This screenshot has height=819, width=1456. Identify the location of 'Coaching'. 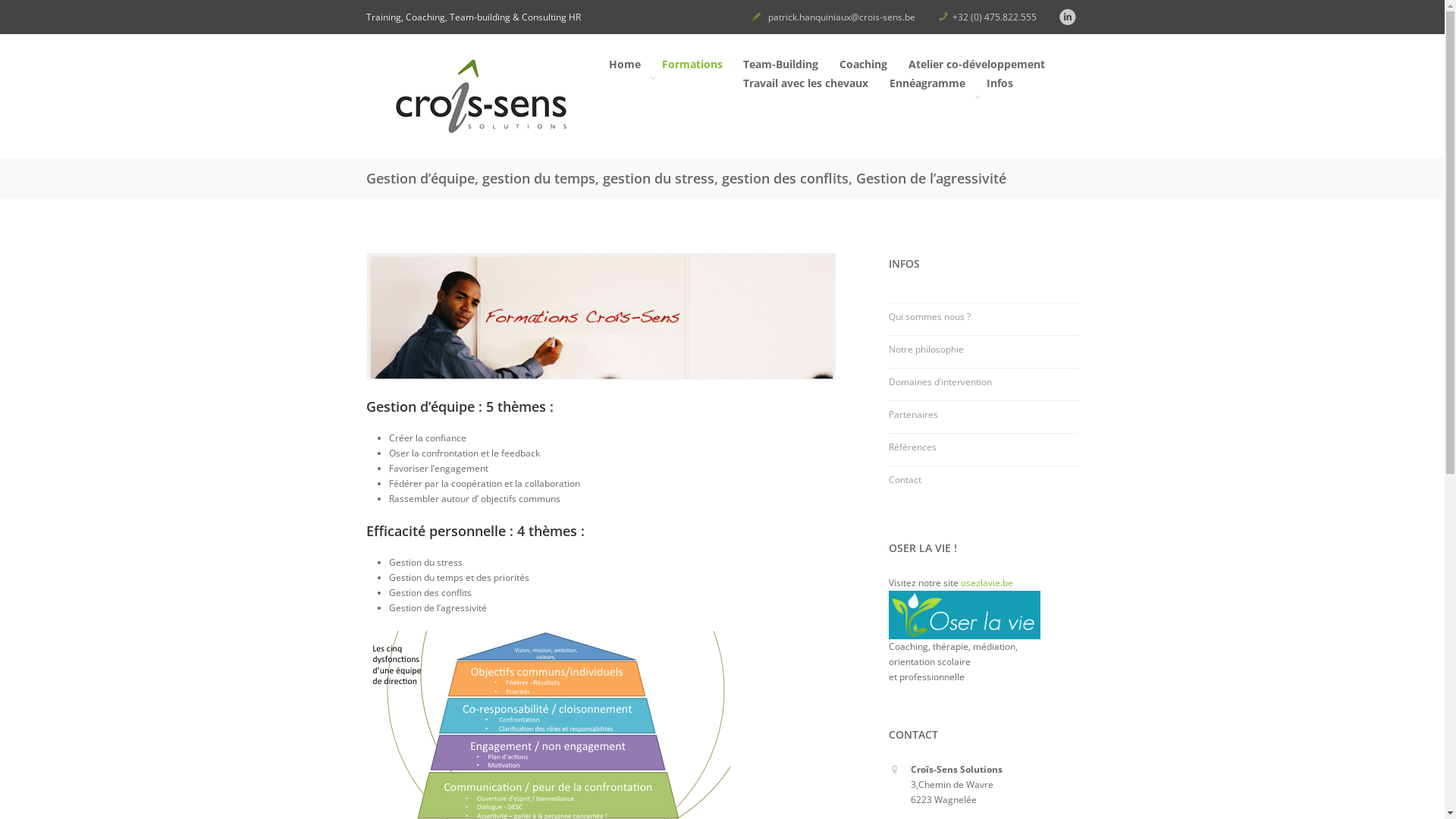
(862, 65).